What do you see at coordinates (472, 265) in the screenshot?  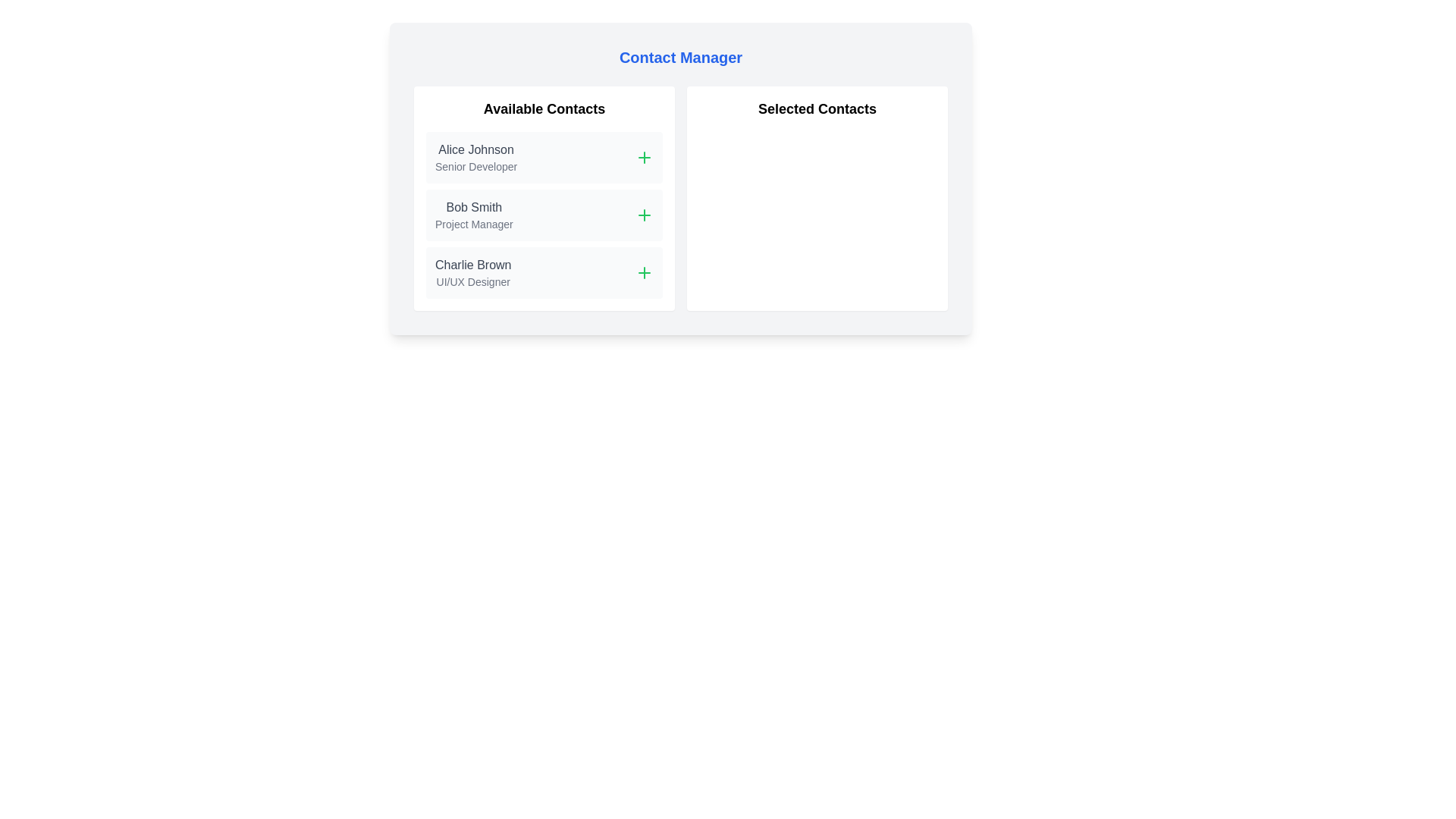 I see `the text label displaying 'Charlie Brown', which is styled with medium-weight, gray-colored text and is located in the 'Available Contacts' section, above the designation 'UI/UX Designer'` at bounding box center [472, 265].